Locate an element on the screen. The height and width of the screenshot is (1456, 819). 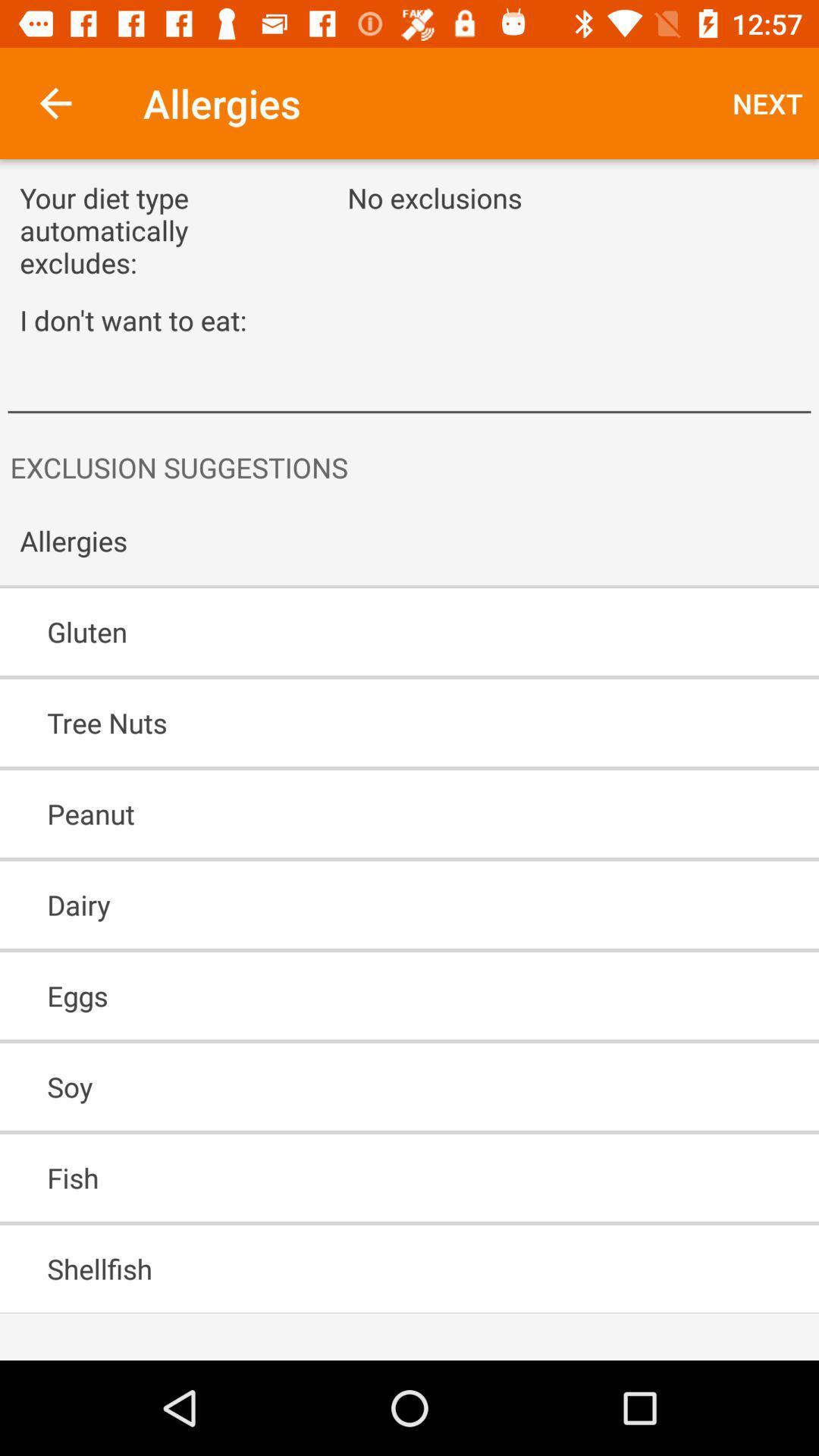
tree nuts is located at coordinates (366, 722).